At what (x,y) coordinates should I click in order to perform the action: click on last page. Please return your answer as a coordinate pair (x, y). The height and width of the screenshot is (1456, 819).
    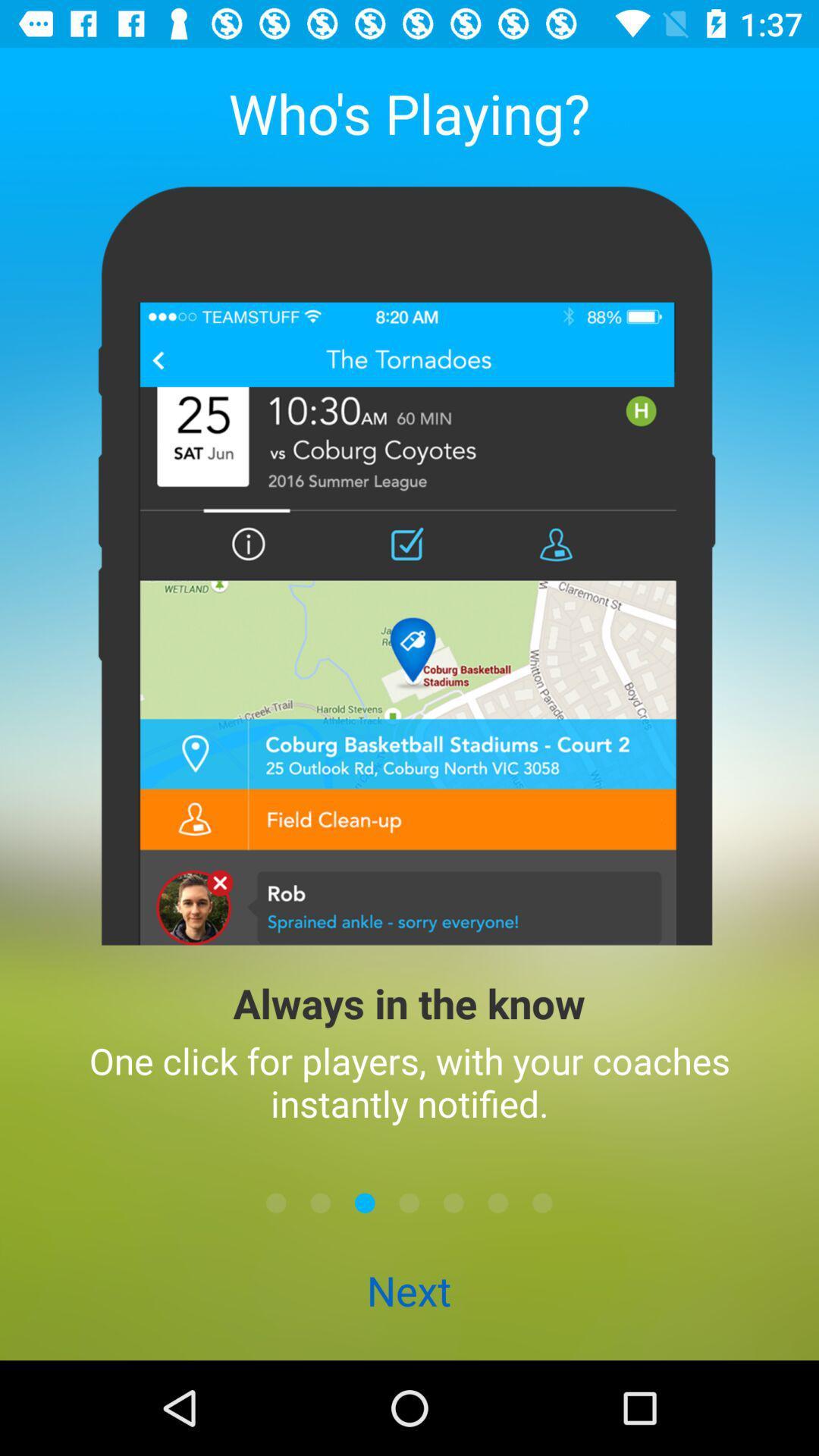
    Looking at the image, I should click on (541, 1202).